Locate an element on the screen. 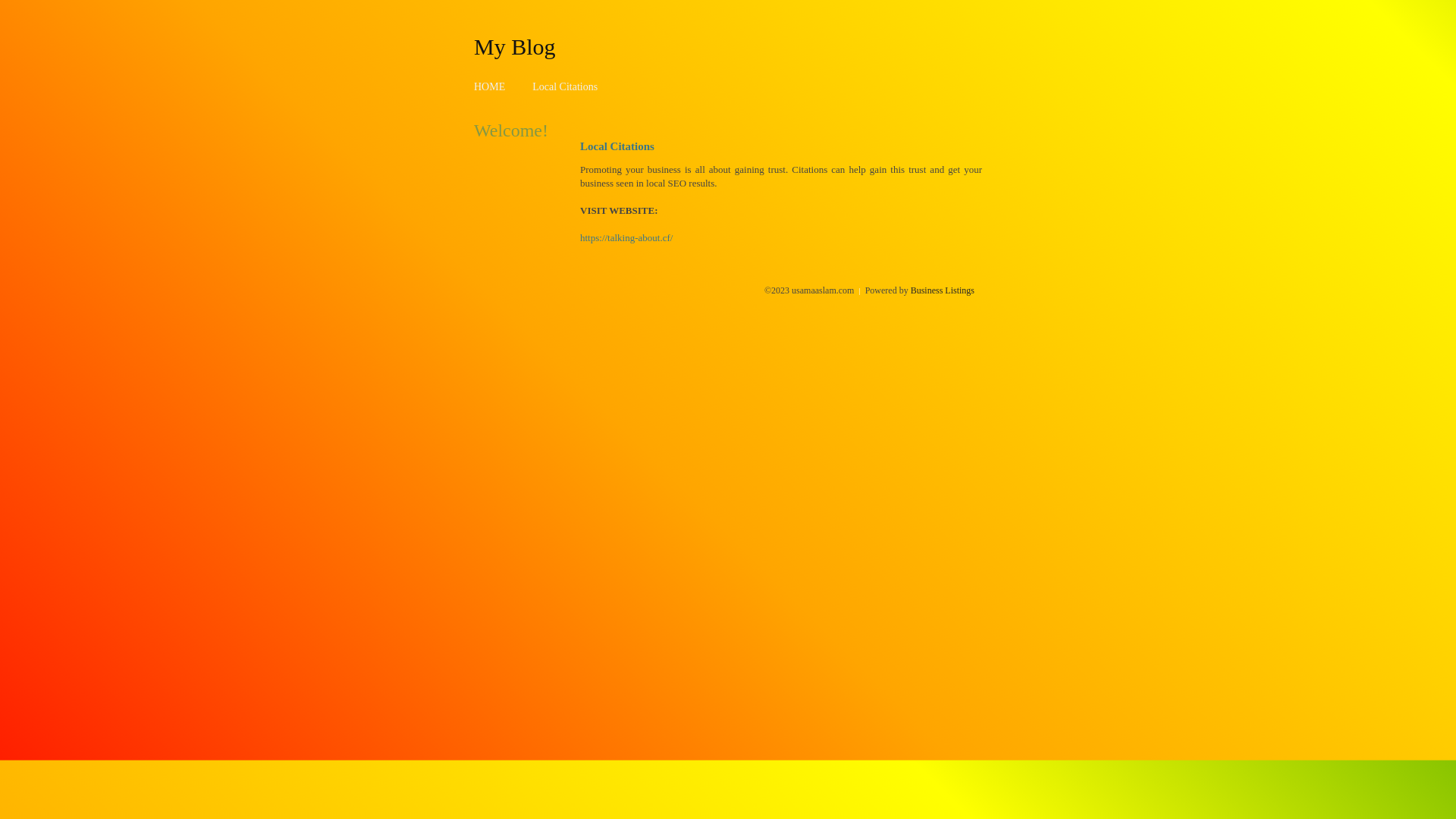  'https://talking-about.cf/' is located at coordinates (626, 237).